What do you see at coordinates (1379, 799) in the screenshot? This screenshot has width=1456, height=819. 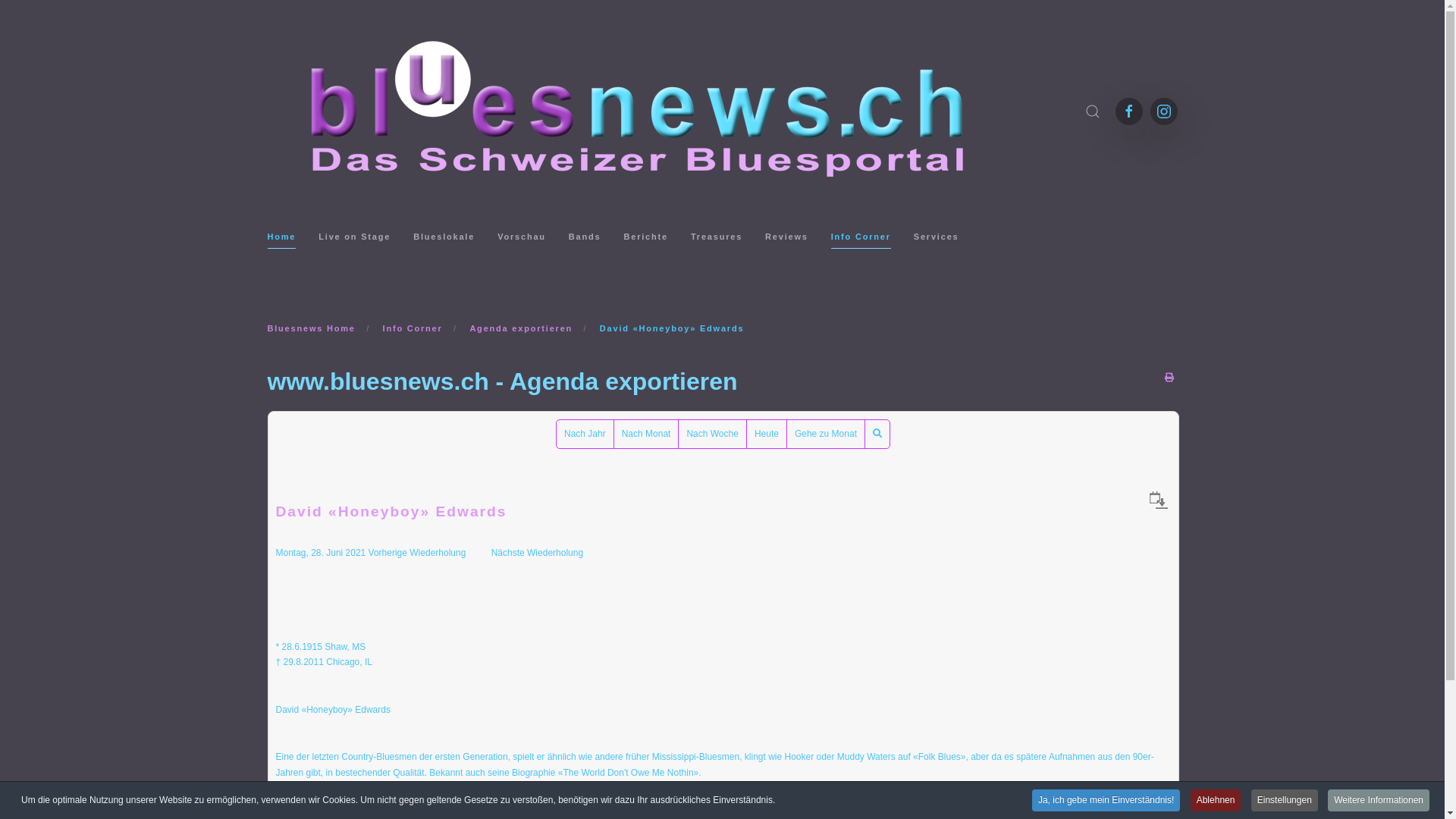 I see `'Weitere Informationen'` at bounding box center [1379, 799].